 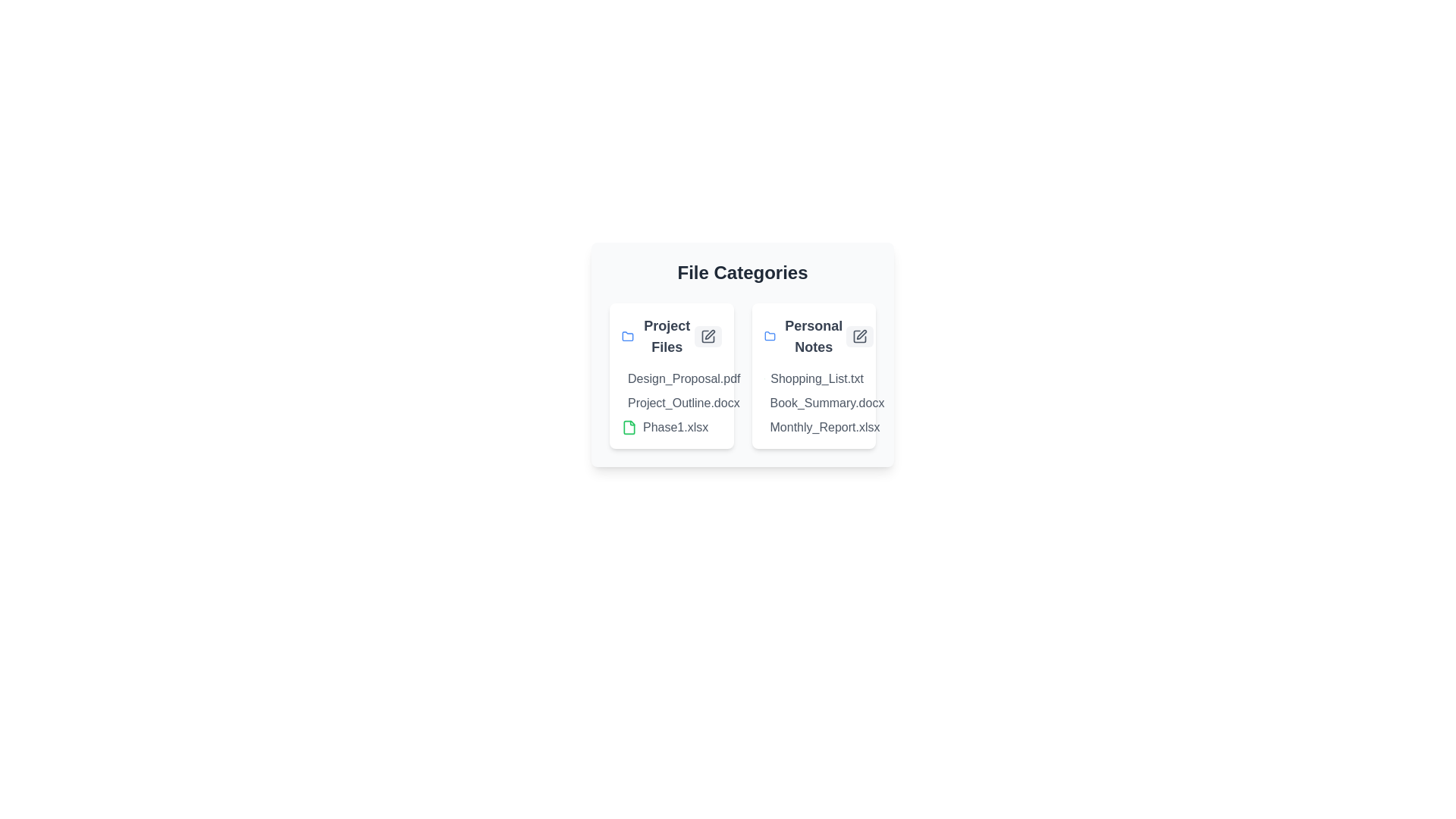 What do you see at coordinates (813, 375) in the screenshot?
I see `the category card labeled Personal Notes` at bounding box center [813, 375].